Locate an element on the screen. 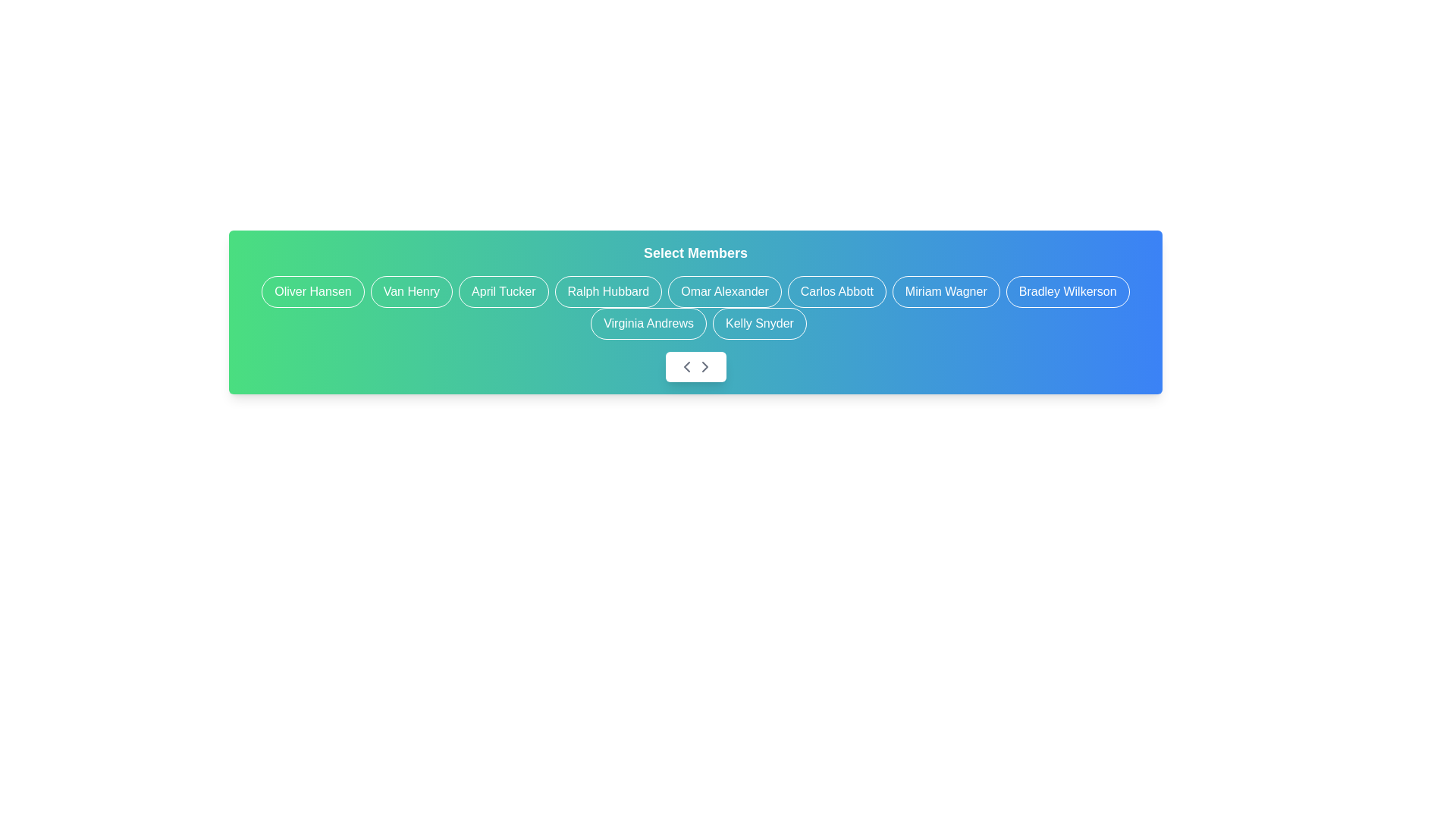 This screenshot has width=1456, height=819. the chevron arrow icon pointing to the right, which serves as a forward navigation button located at the bottom center of the interface, to possibly highlight or show a tooltip is located at coordinates (704, 366).